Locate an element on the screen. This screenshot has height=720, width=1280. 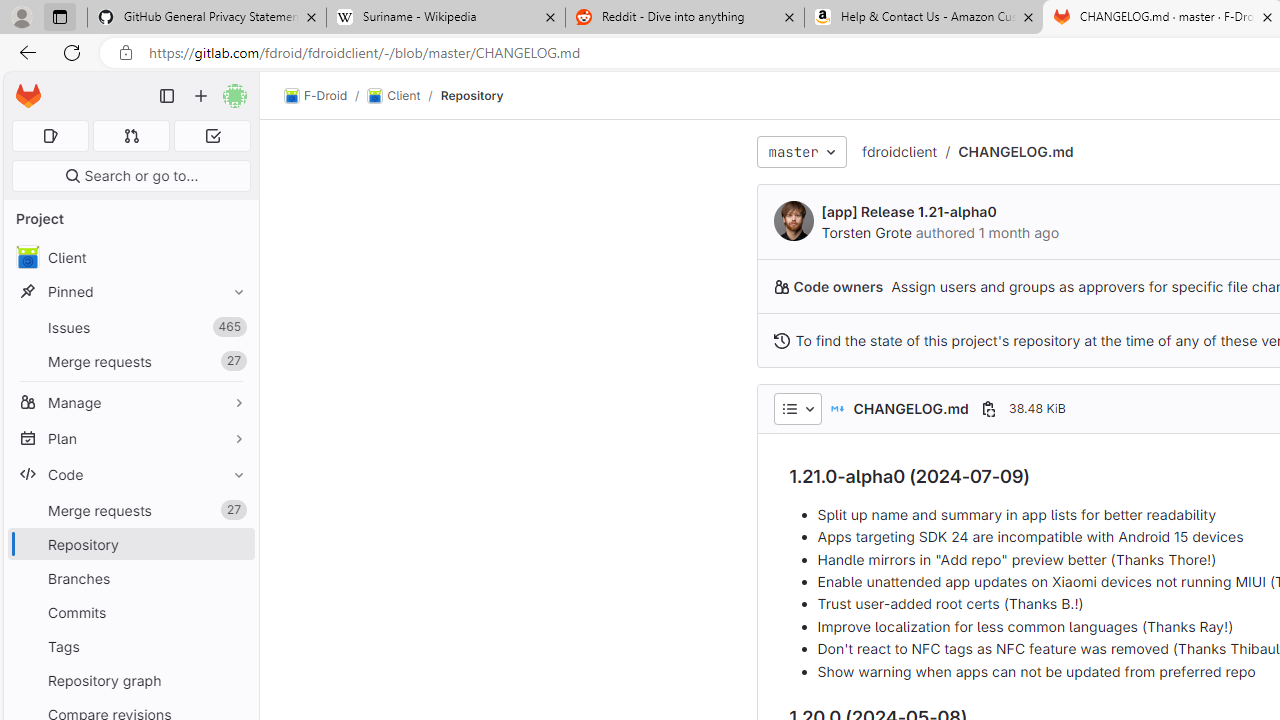
'Pin Repository graph' is located at coordinates (234, 679).